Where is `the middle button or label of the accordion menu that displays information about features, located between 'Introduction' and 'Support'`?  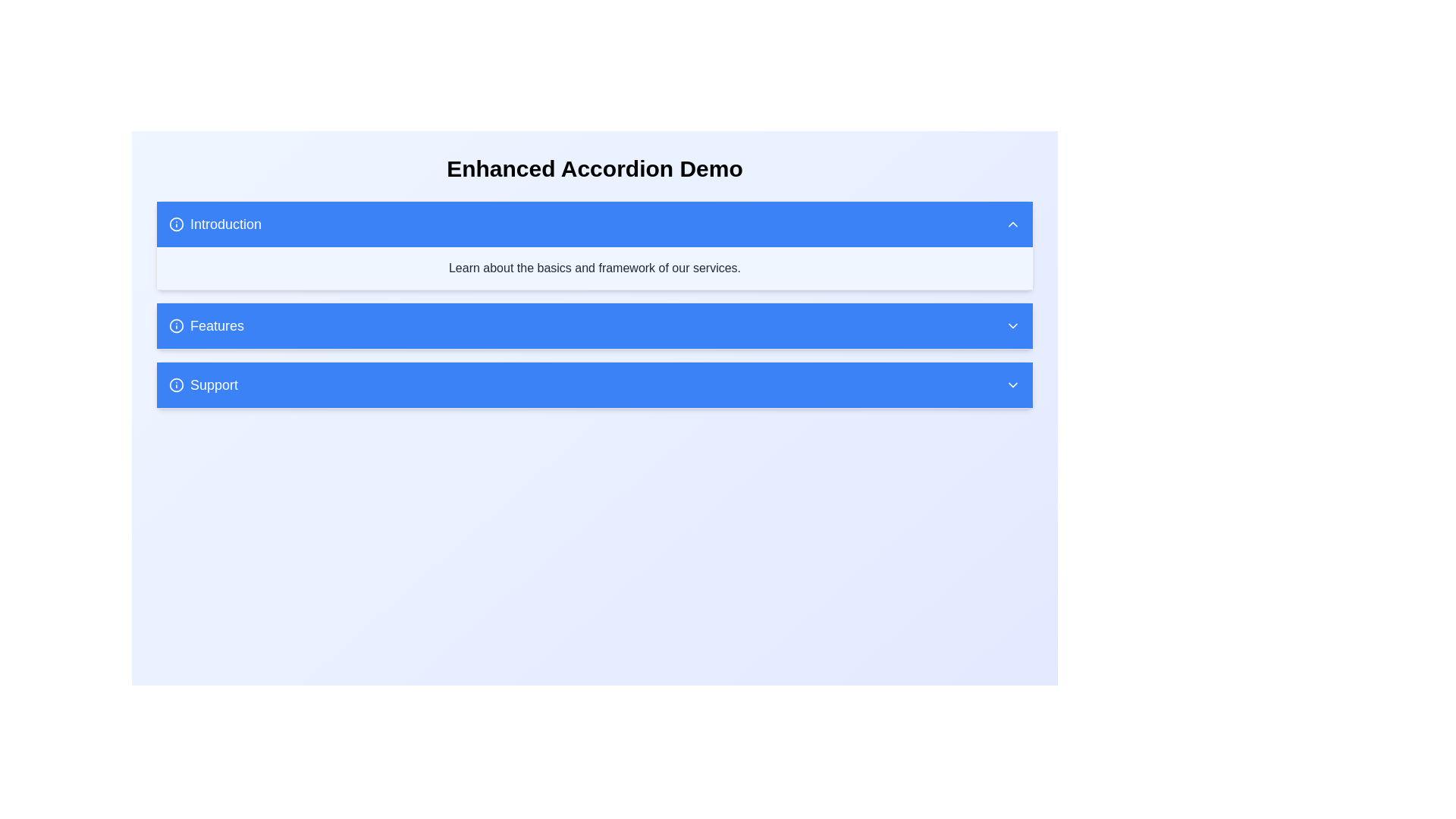
the middle button or label of the accordion menu that displays information about features, located between 'Introduction' and 'Support' is located at coordinates (206, 325).